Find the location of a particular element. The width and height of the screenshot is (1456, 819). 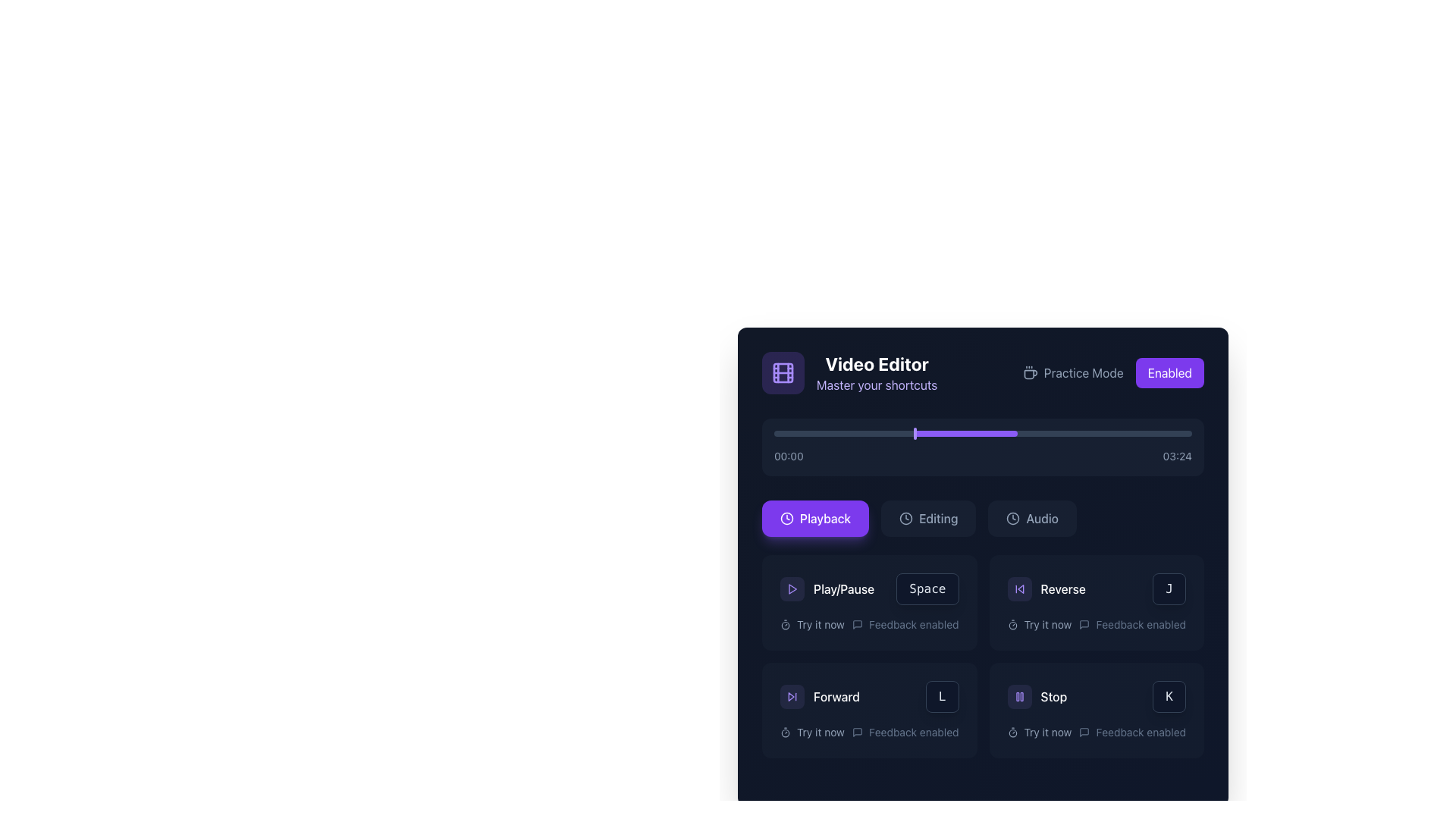

the playback time is located at coordinates (1187, 433).